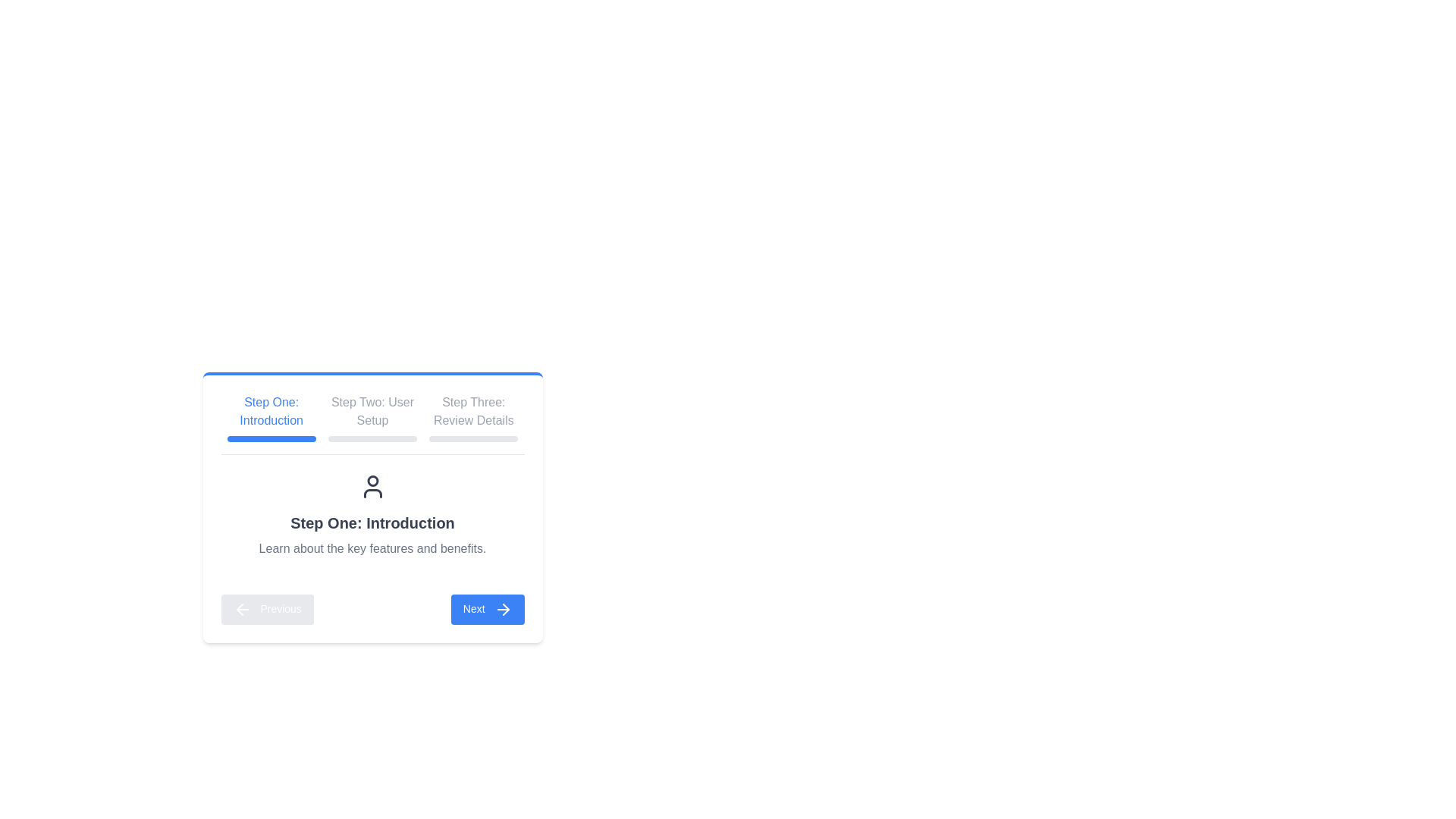  I want to click on the Informational section that features a centered icon and bold text stating 'Step One: Introduction' with a subtitle below it, positioned in the 'Step One' section of the panel layout, so click(372, 514).